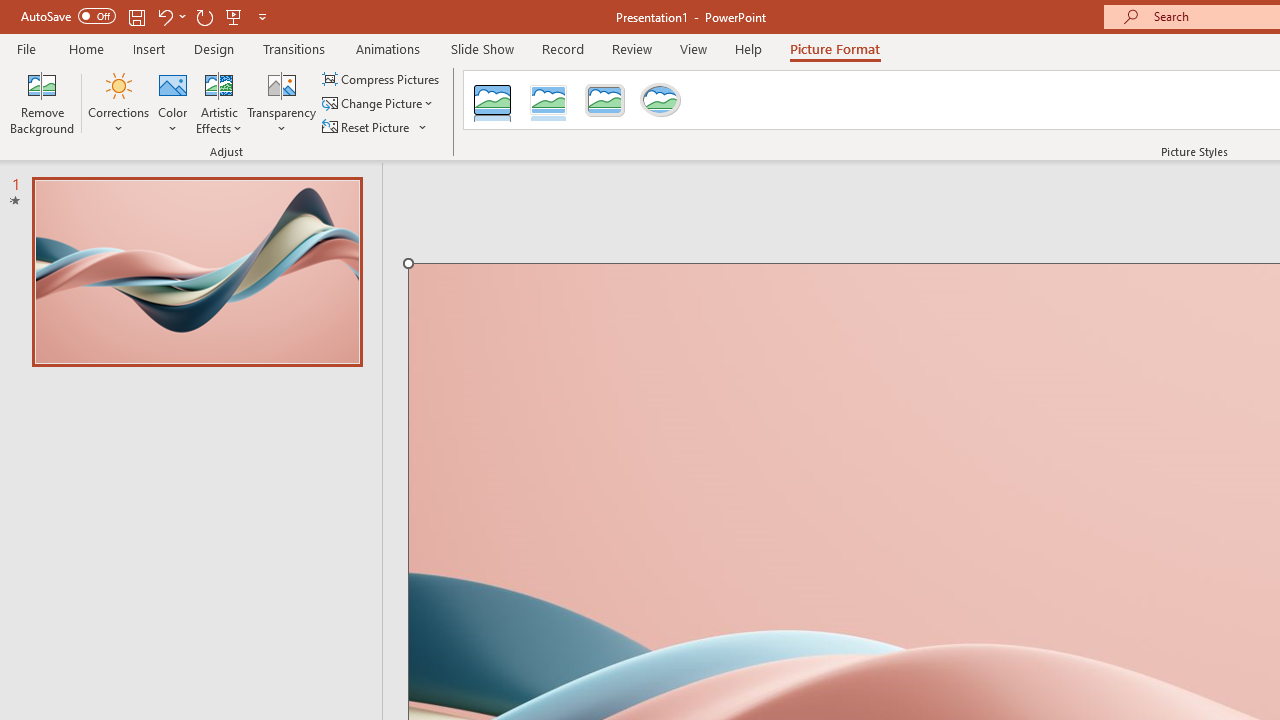 Image resolution: width=1280 pixels, height=720 pixels. Describe the element at coordinates (379, 103) in the screenshot. I see `'Change Picture'` at that location.